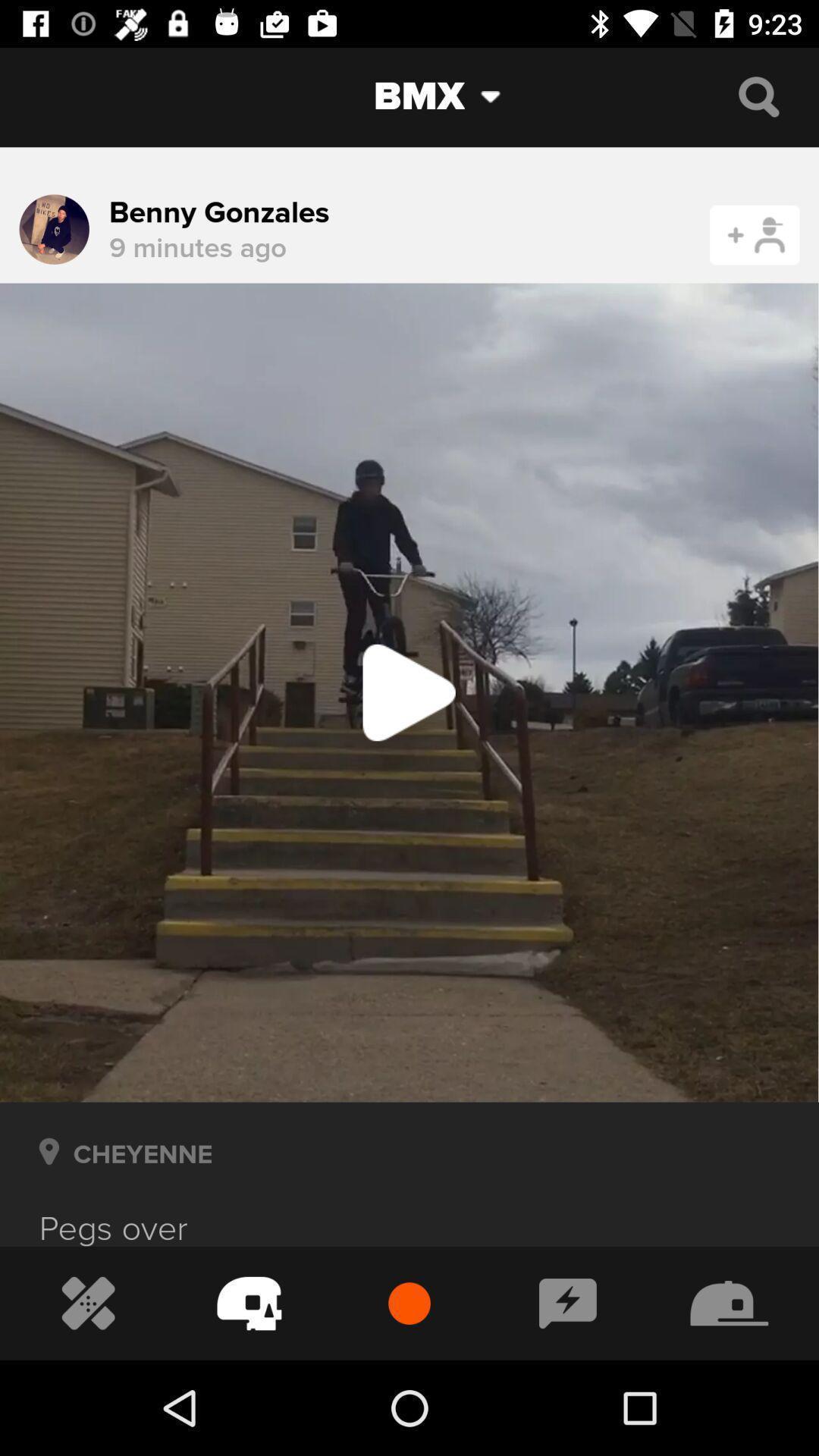  Describe the element at coordinates (503, 96) in the screenshot. I see `the drop down icon just beside bmx` at that location.